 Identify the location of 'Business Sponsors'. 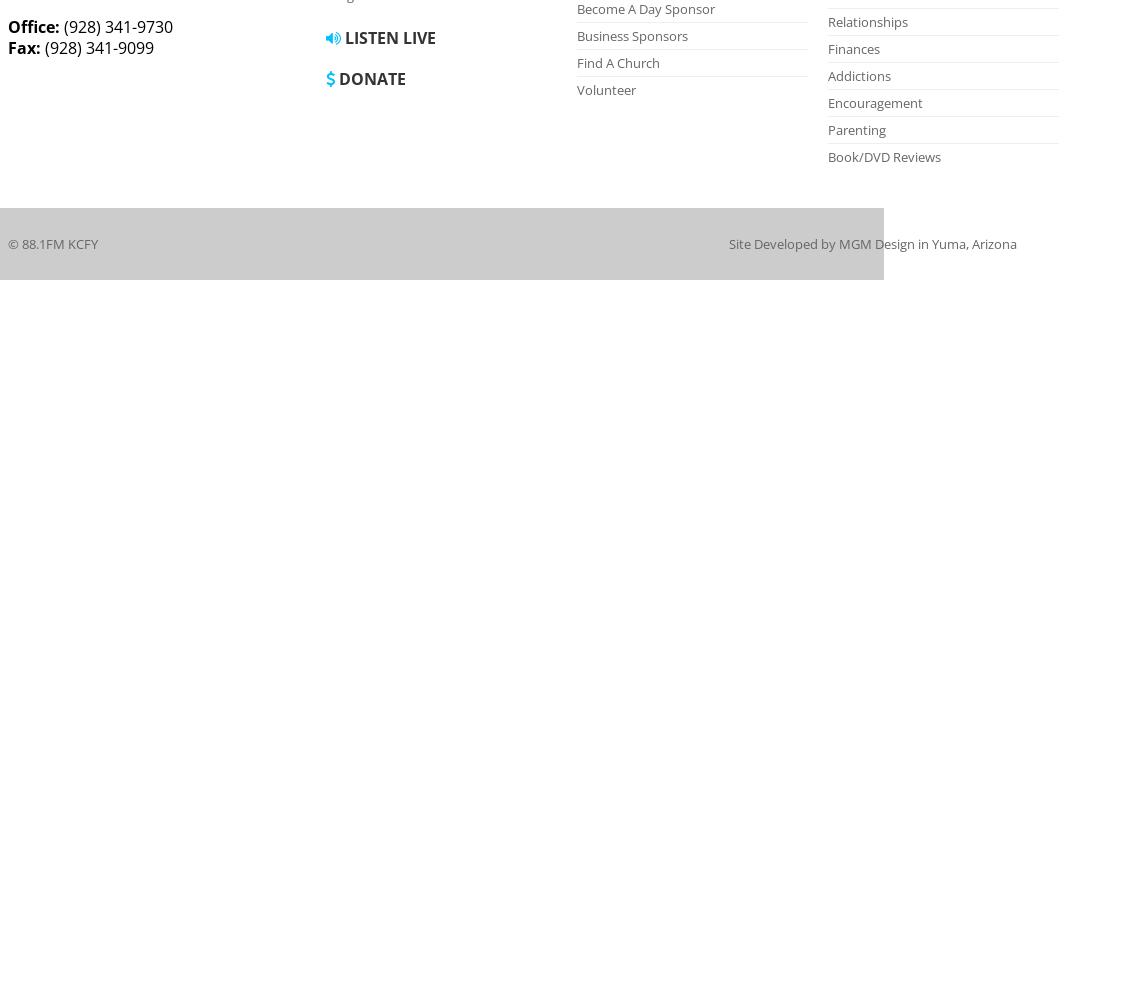
(631, 36).